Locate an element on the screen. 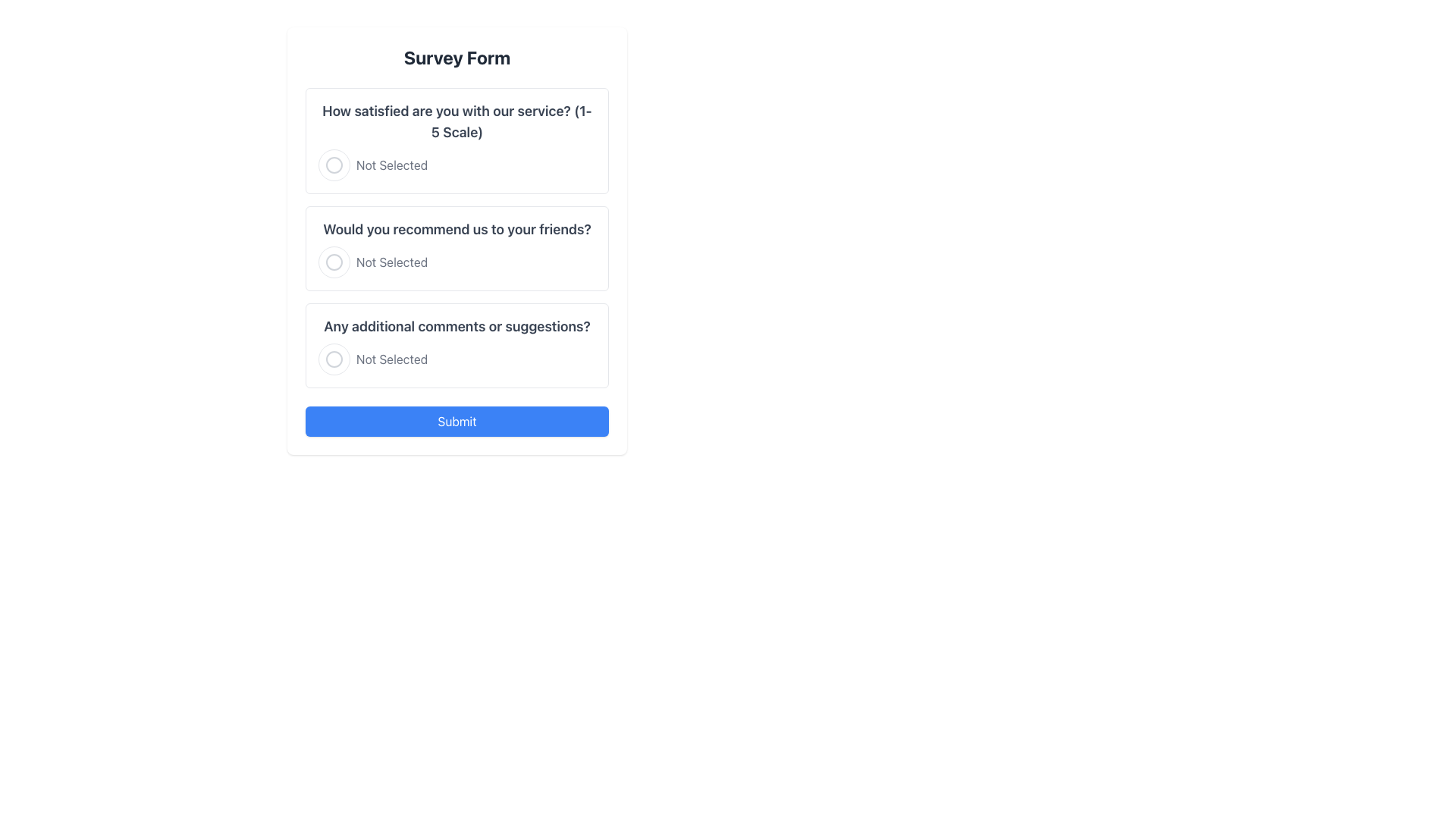 The height and width of the screenshot is (819, 1456). the third radio button option in the 'Any additional comments or suggestions?' section of the survey form is located at coordinates (457, 359).